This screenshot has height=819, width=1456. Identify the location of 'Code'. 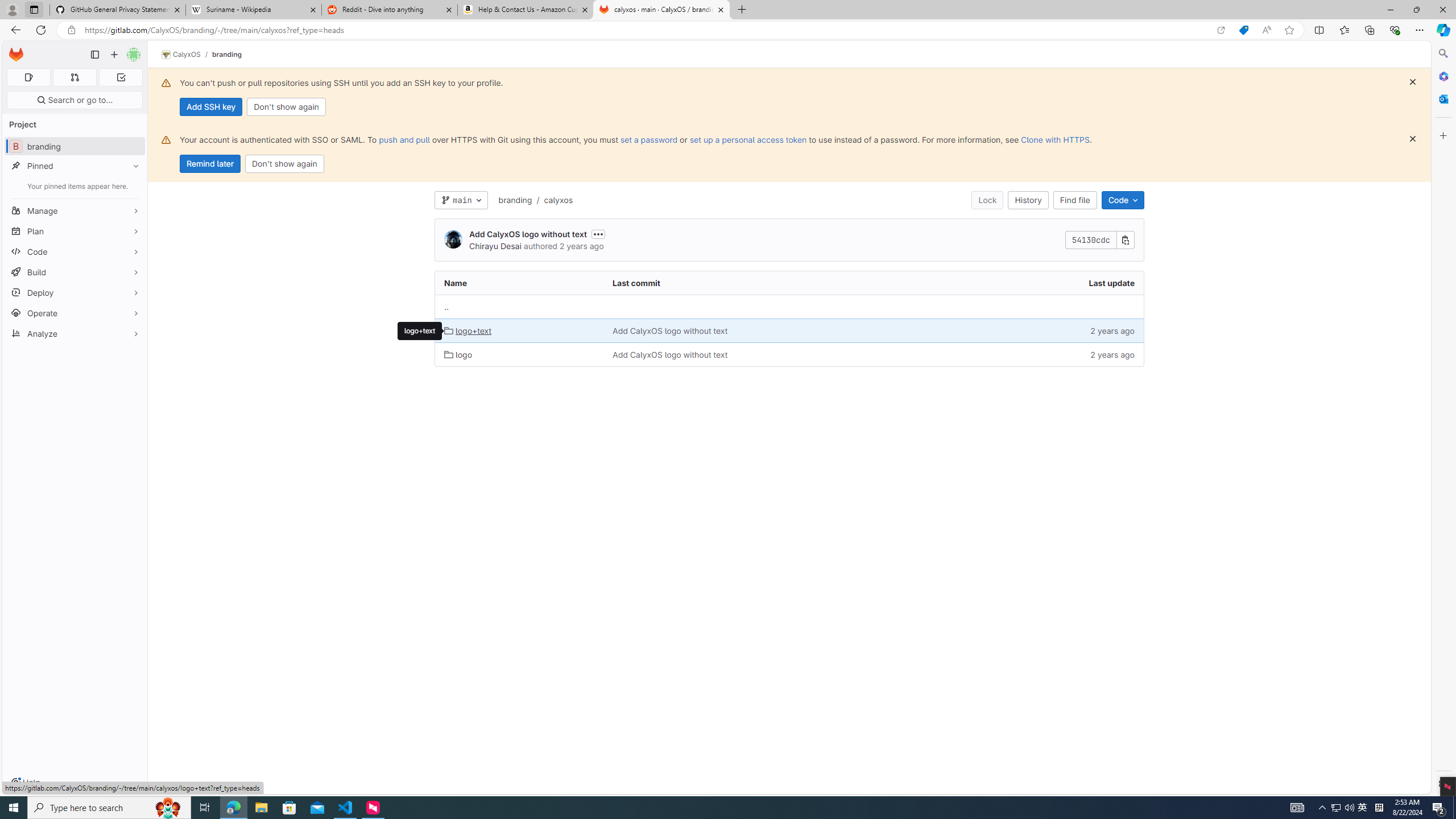
(1122, 200).